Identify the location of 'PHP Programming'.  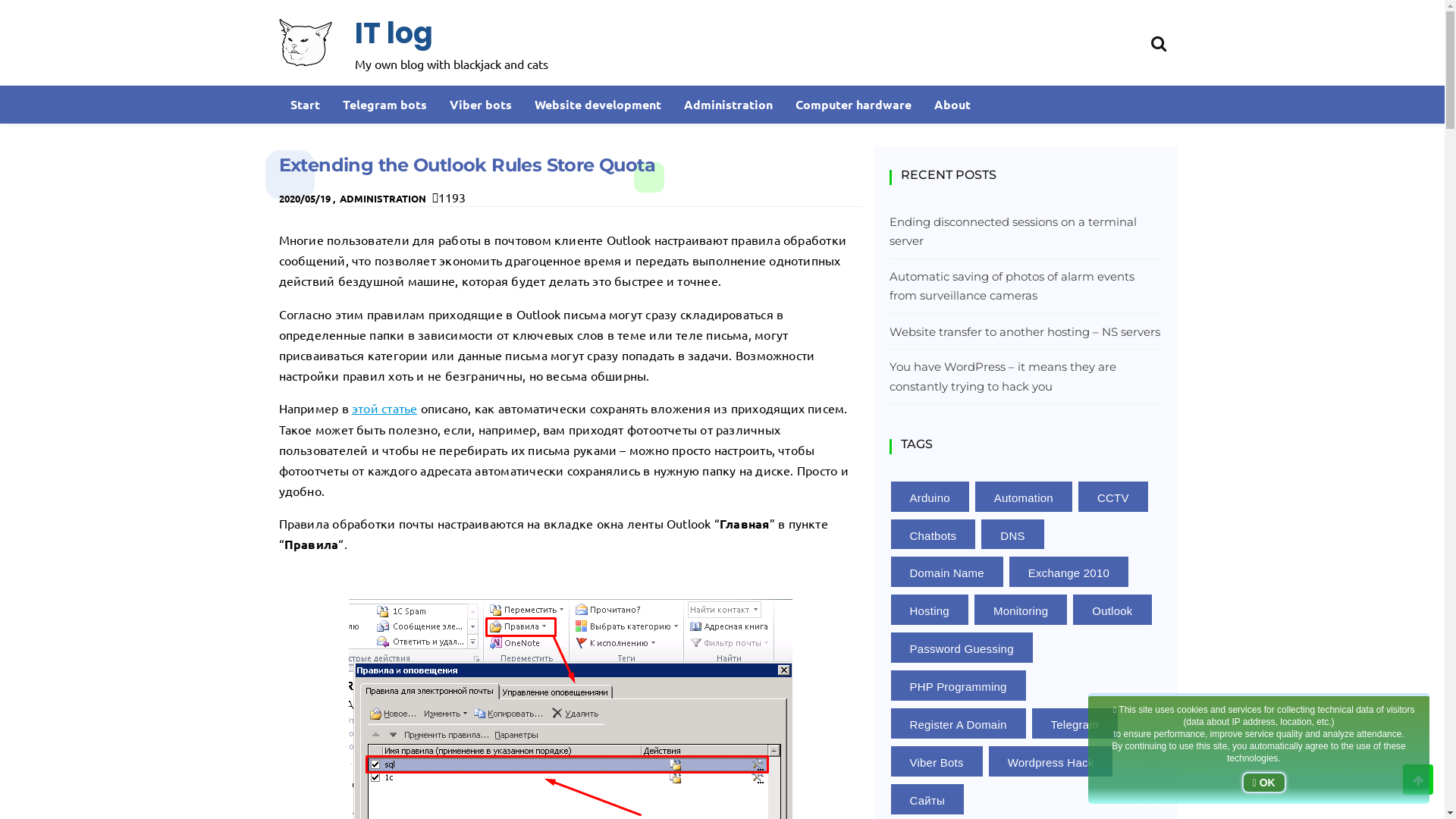
(890, 685).